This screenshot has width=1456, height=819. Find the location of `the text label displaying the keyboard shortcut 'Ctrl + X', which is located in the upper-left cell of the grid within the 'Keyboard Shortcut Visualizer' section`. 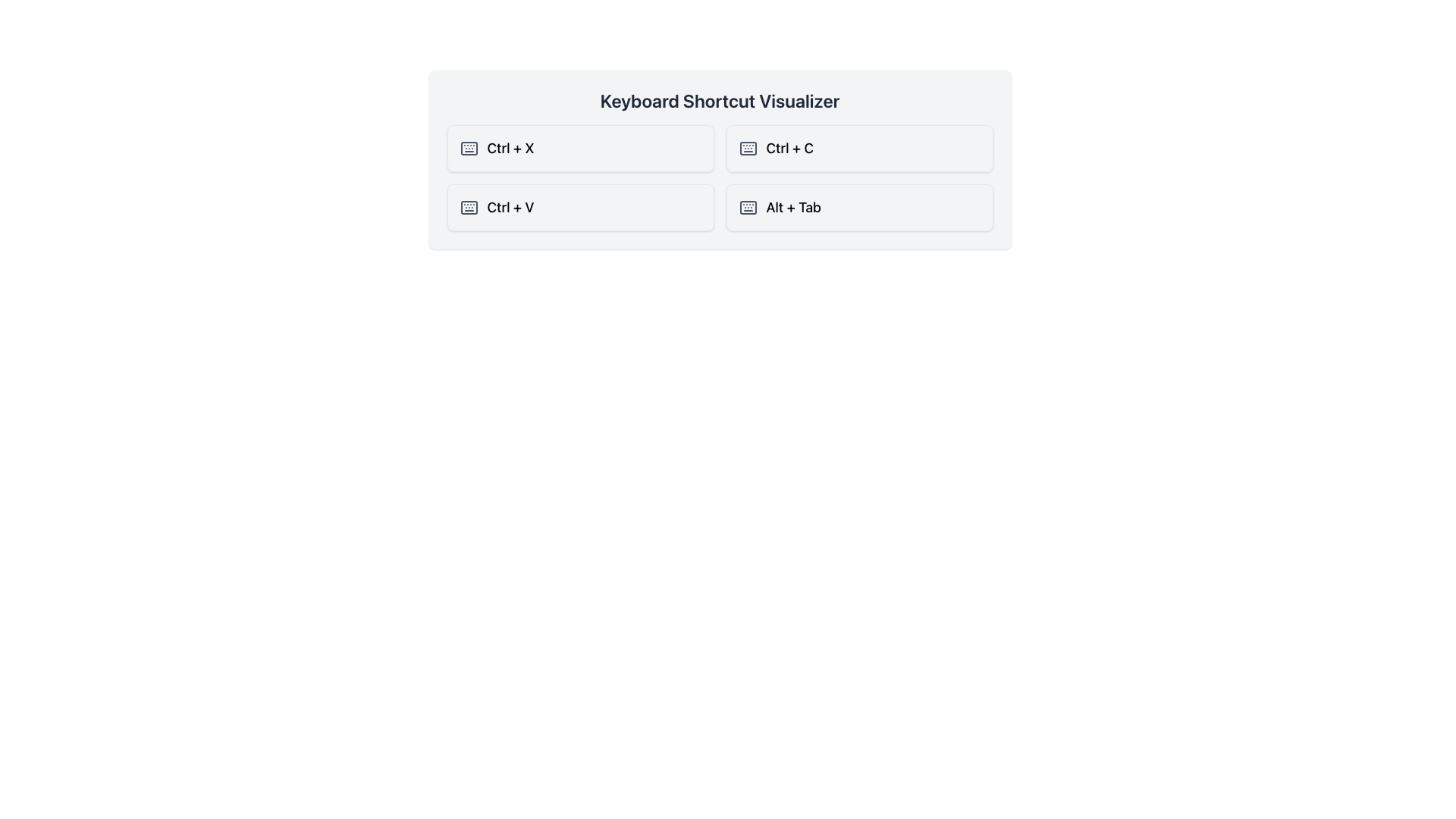

the text label displaying the keyboard shortcut 'Ctrl + X', which is located in the upper-left cell of the grid within the 'Keyboard Shortcut Visualizer' section is located at coordinates (510, 149).